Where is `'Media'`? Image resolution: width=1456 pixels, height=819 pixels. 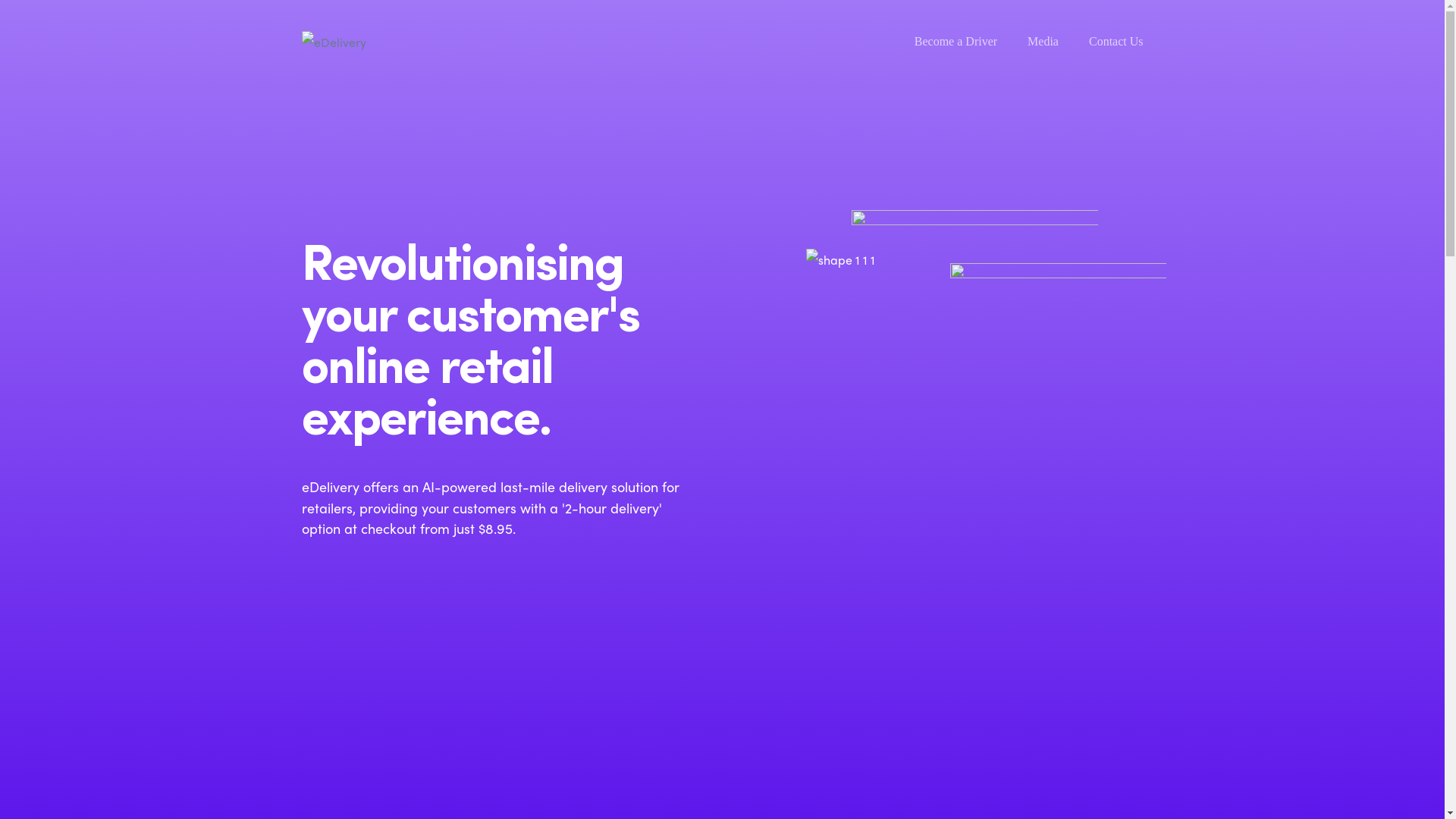
'Media' is located at coordinates (1042, 40).